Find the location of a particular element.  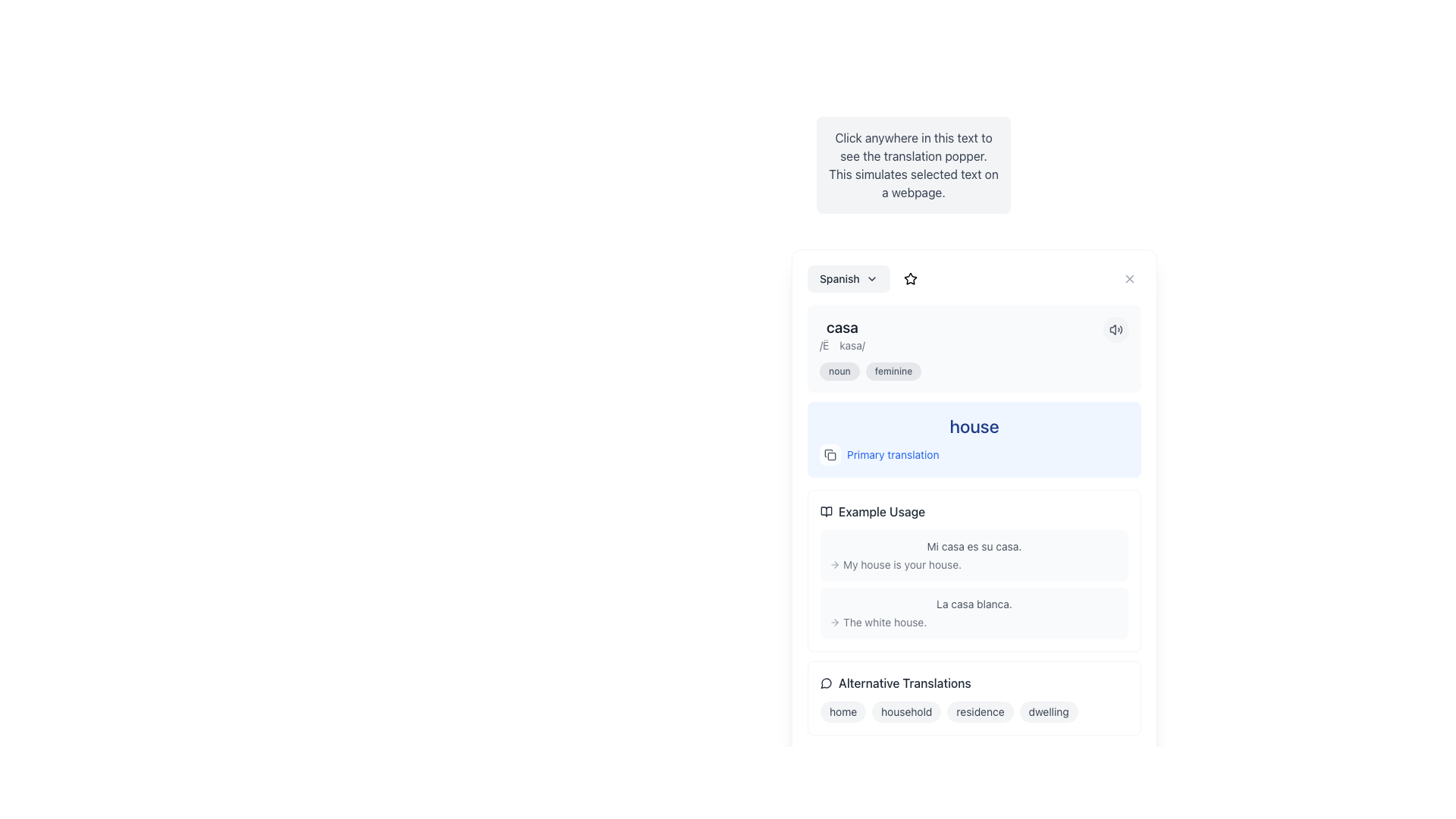

the copy button located to the left of the 'Primary translation' text to observe the hover effect is located at coordinates (829, 454).